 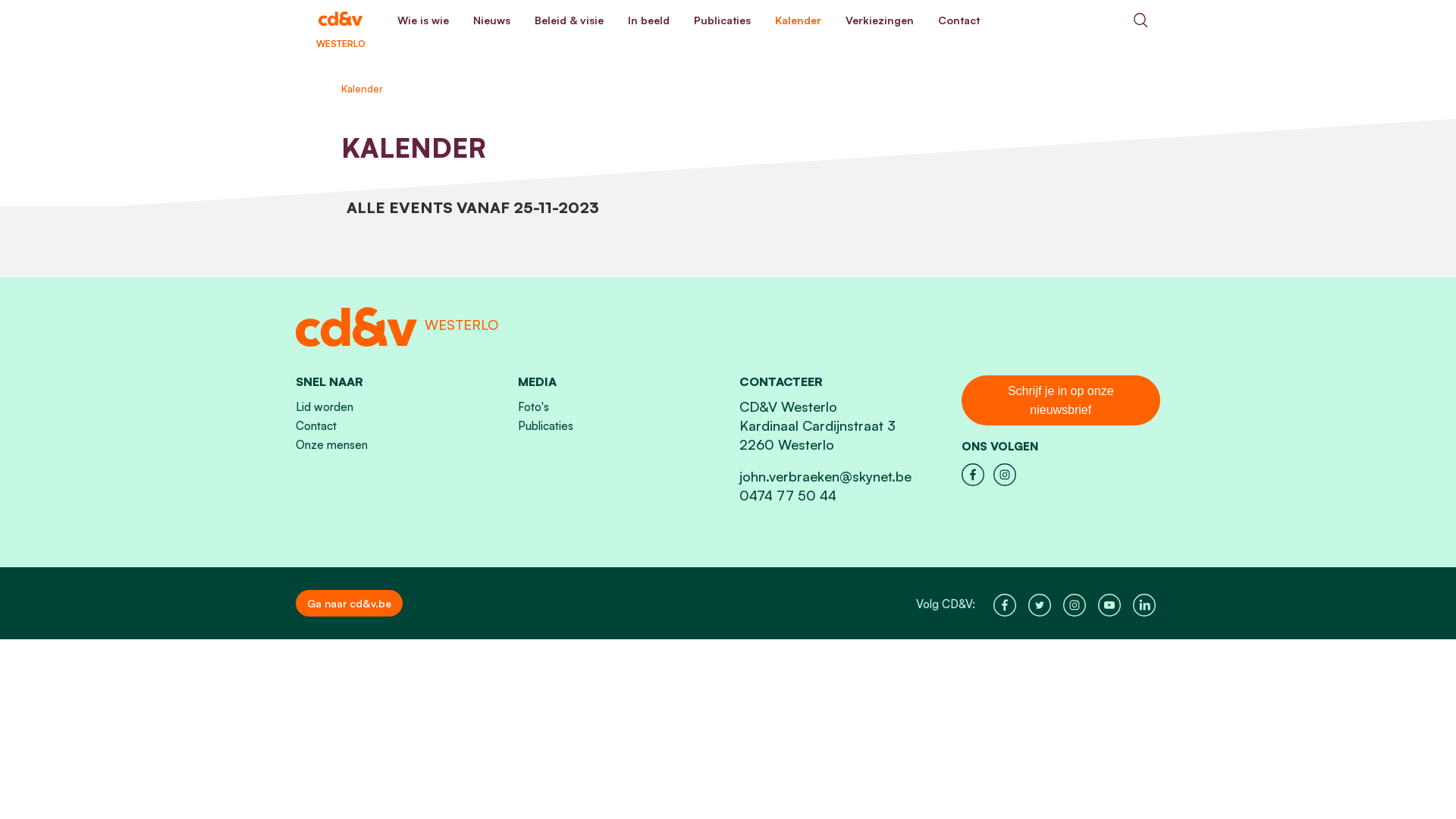 I want to click on 'Verkiezingen', so click(x=880, y=20).